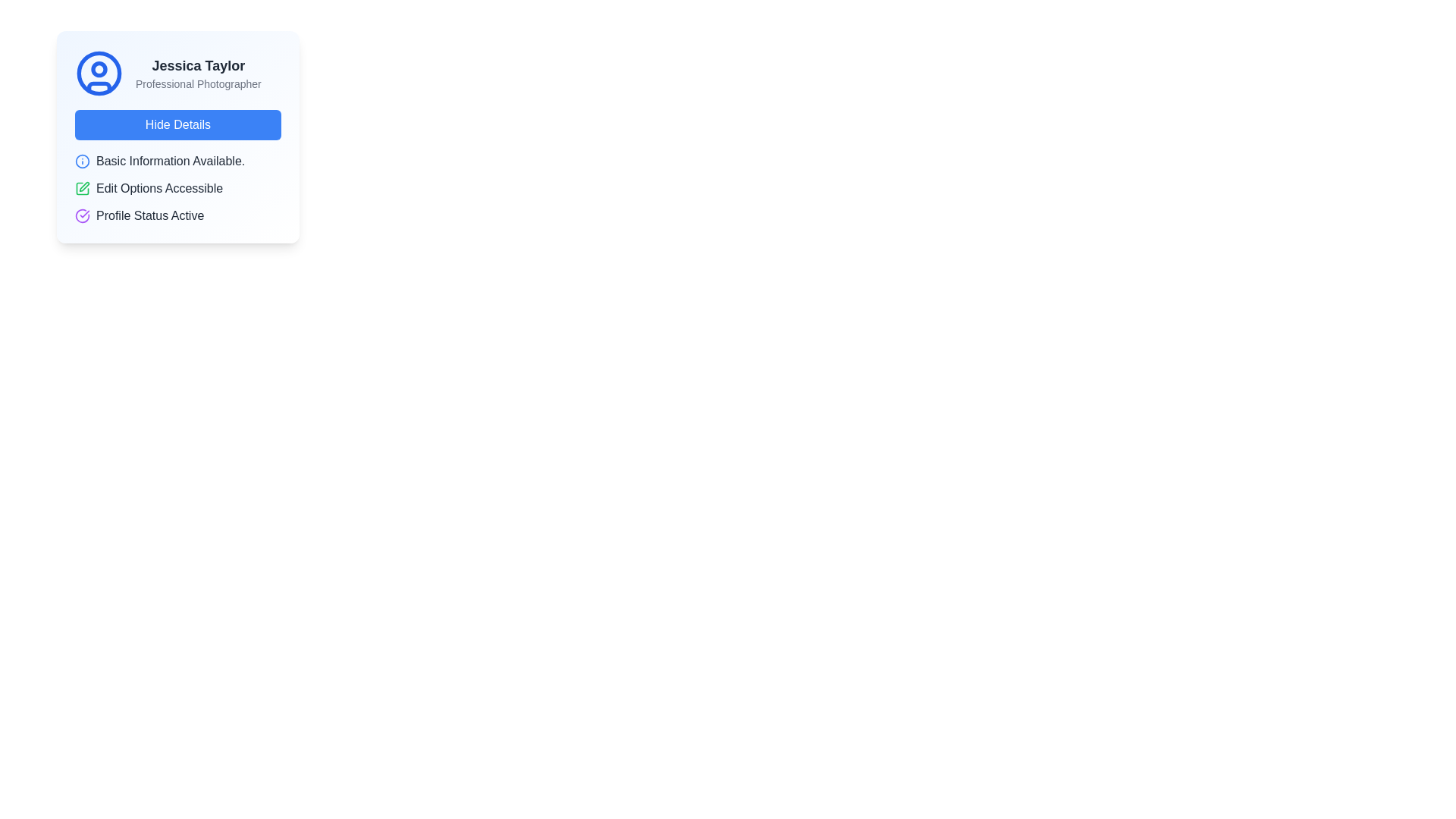  I want to click on the avatar icon representing the user's identity, located at the top left corner of the card layout, so click(98, 73).